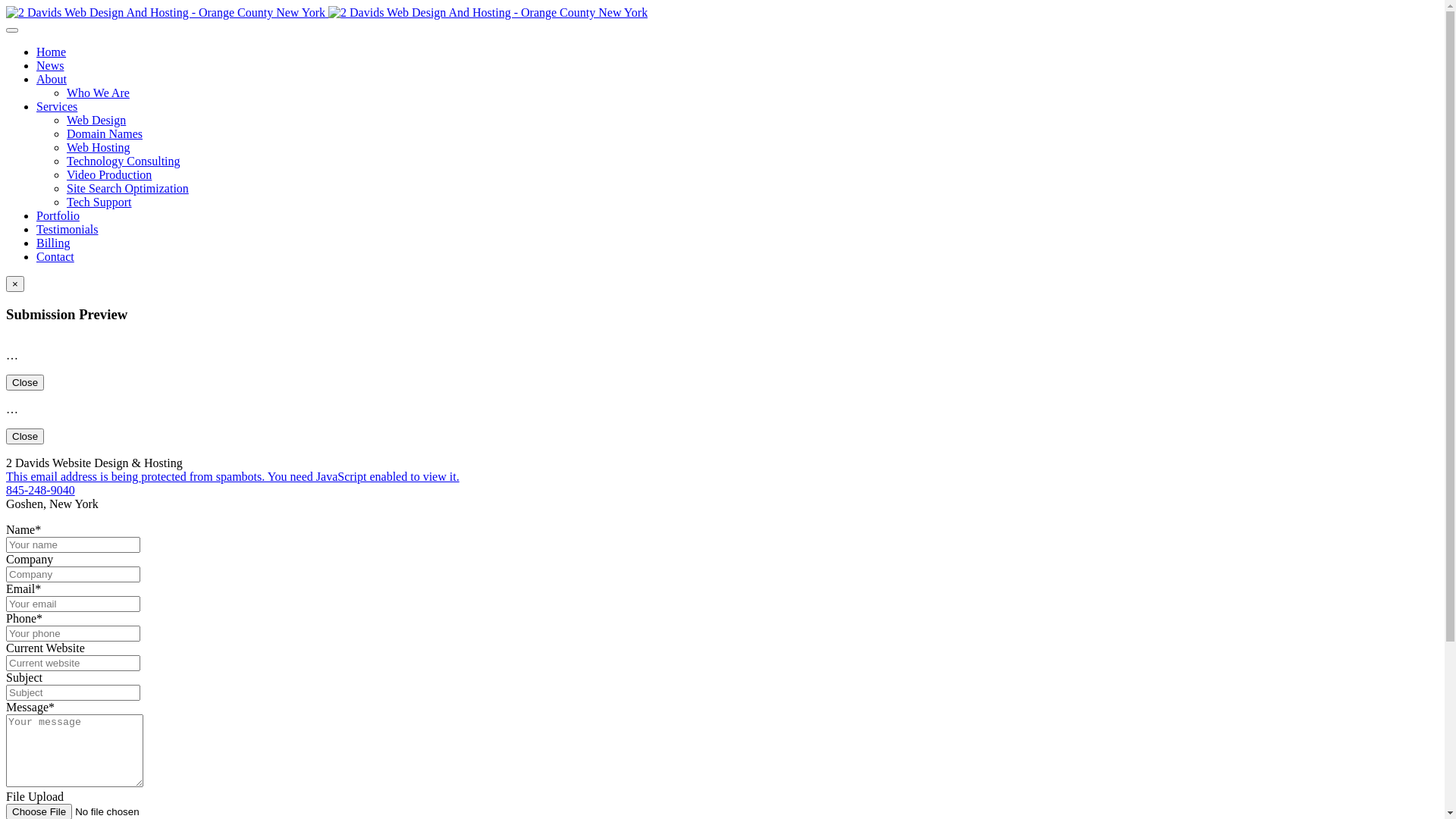  What do you see at coordinates (40, 490) in the screenshot?
I see `'845-248-9040'` at bounding box center [40, 490].